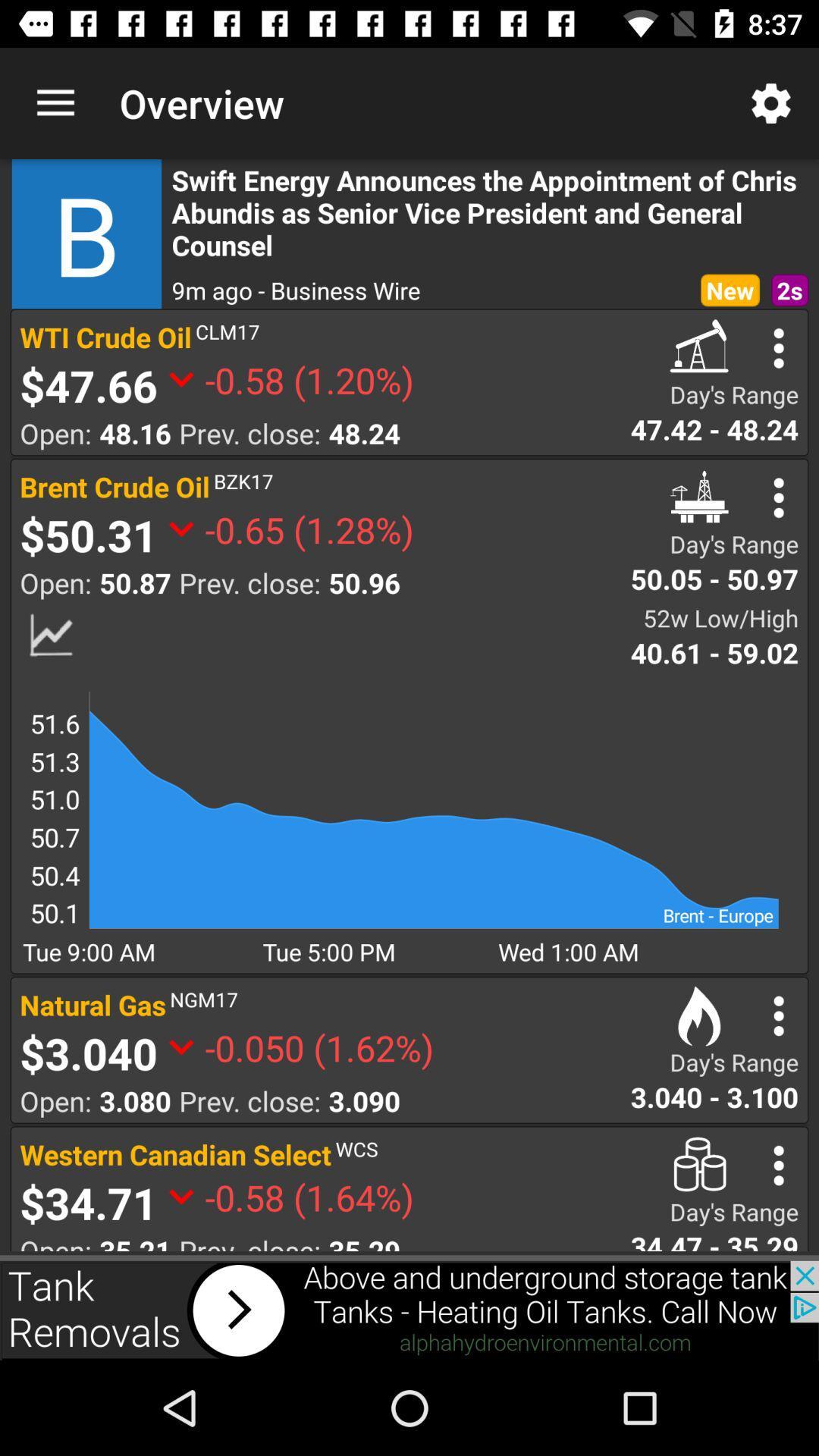  What do you see at coordinates (779, 497) in the screenshot?
I see `more options` at bounding box center [779, 497].